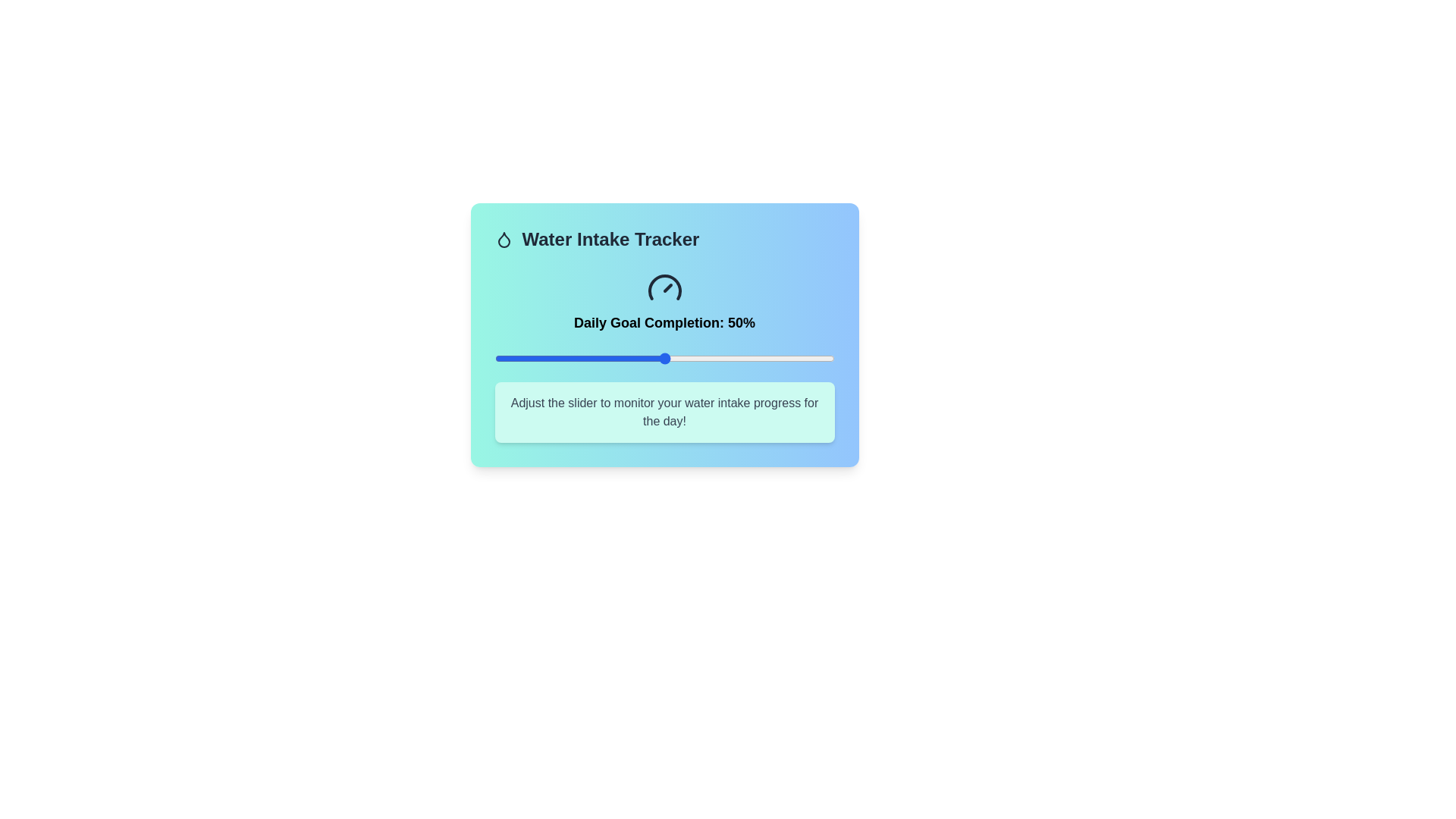 This screenshot has height=819, width=1456. What do you see at coordinates (763, 359) in the screenshot?
I see `the slider to set the goal completion percentage to 79` at bounding box center [763, 359].